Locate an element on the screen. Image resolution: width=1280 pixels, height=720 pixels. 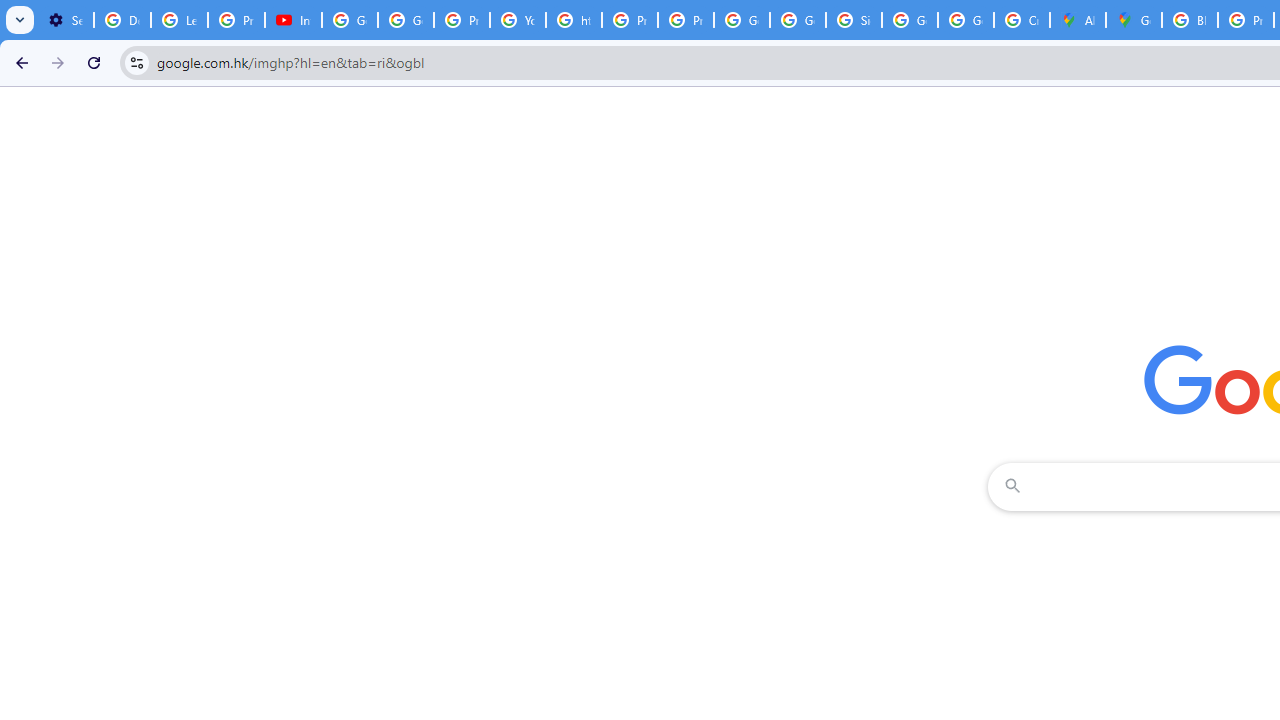
'Blogger Policies and Guidelines - Transparency Center' is located at coordinates (1190, 20).